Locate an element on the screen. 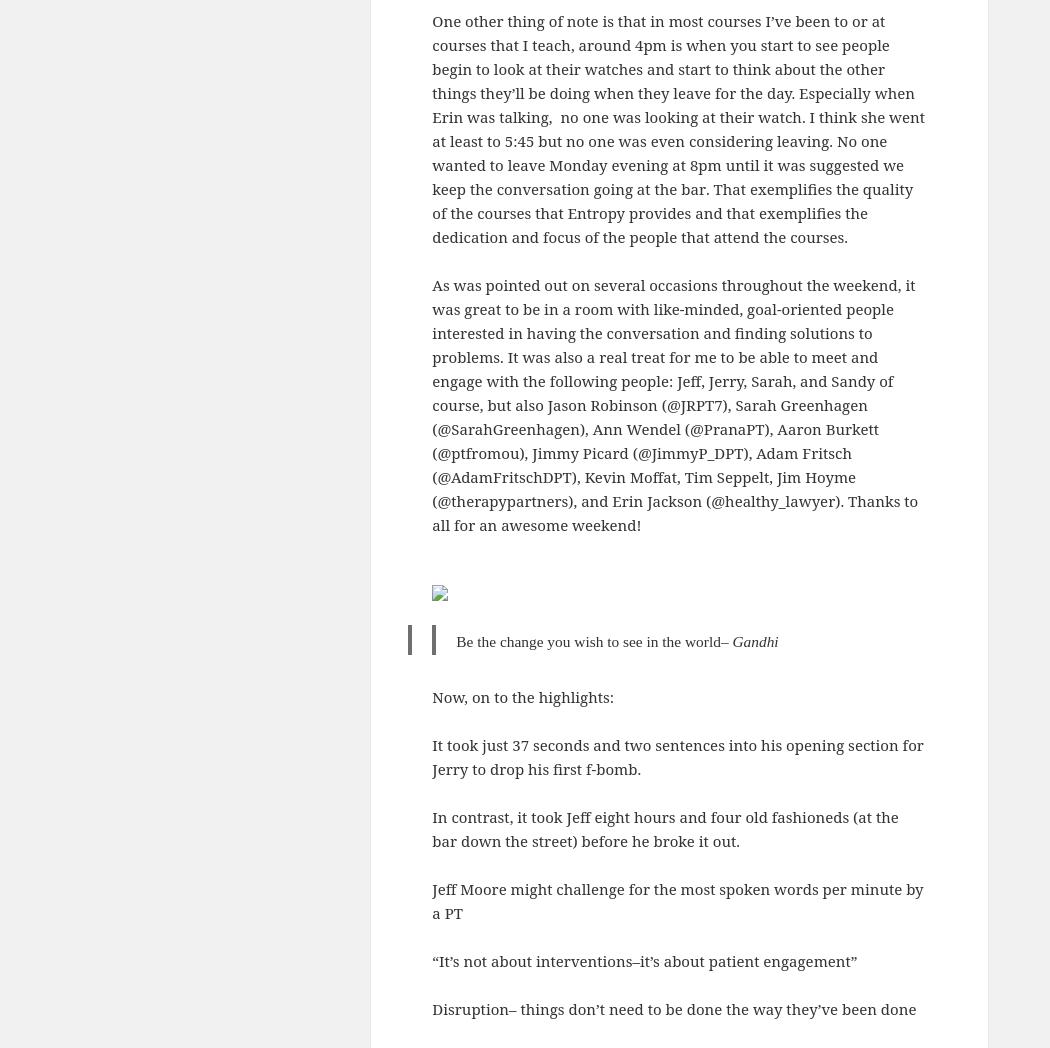 Image resolution: width=1050 pixels, height=1048 pixels. 'Be the change you wish to see in the world–' is located at coordinates (592, 639).